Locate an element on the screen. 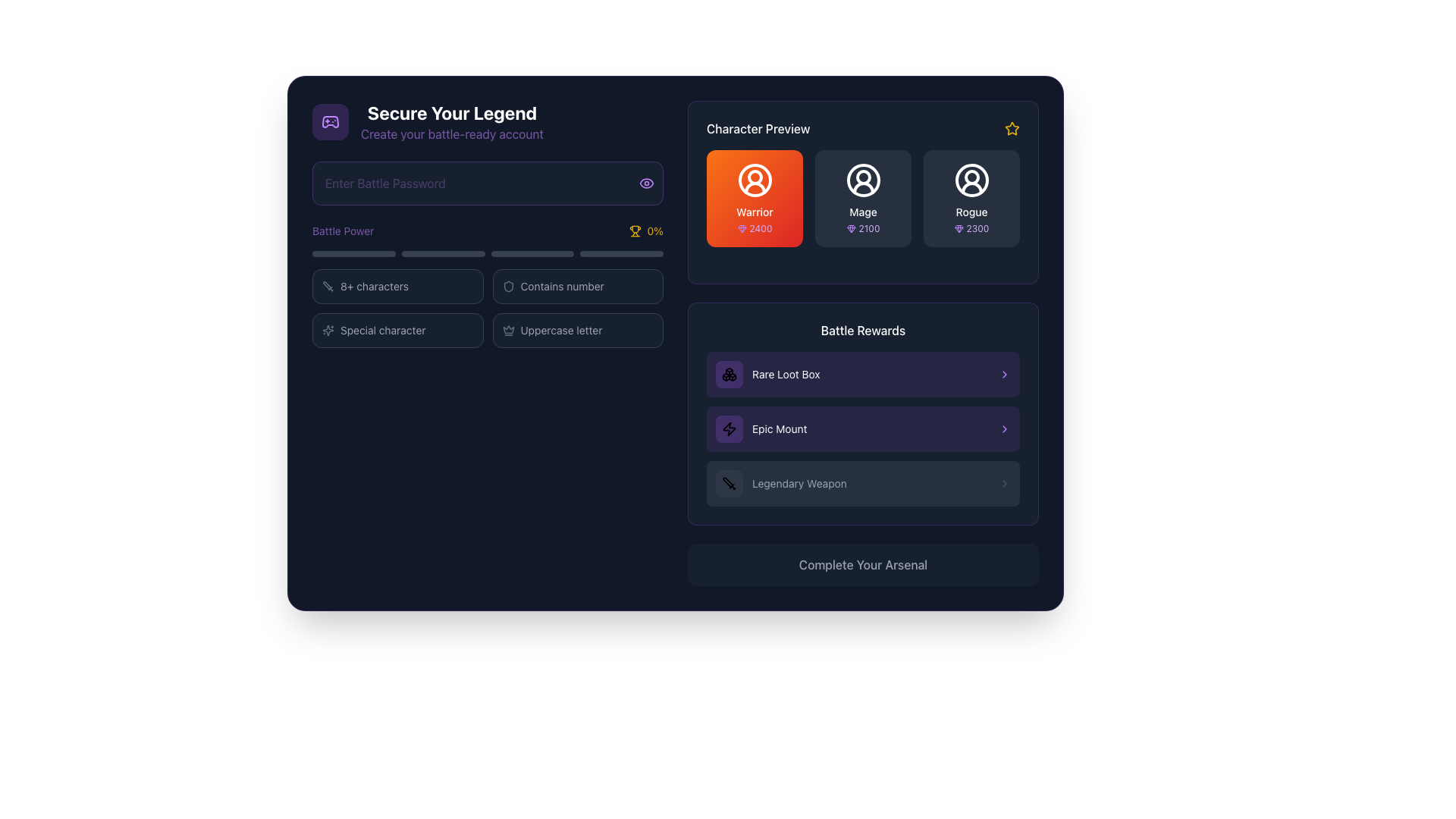 This screenshot has width=1456, height=819. the text label reading 'Legendary Weapon', which is styled in gray and located under the 'Battle Rewards' section as the third item is located at coordinates (799, 483).